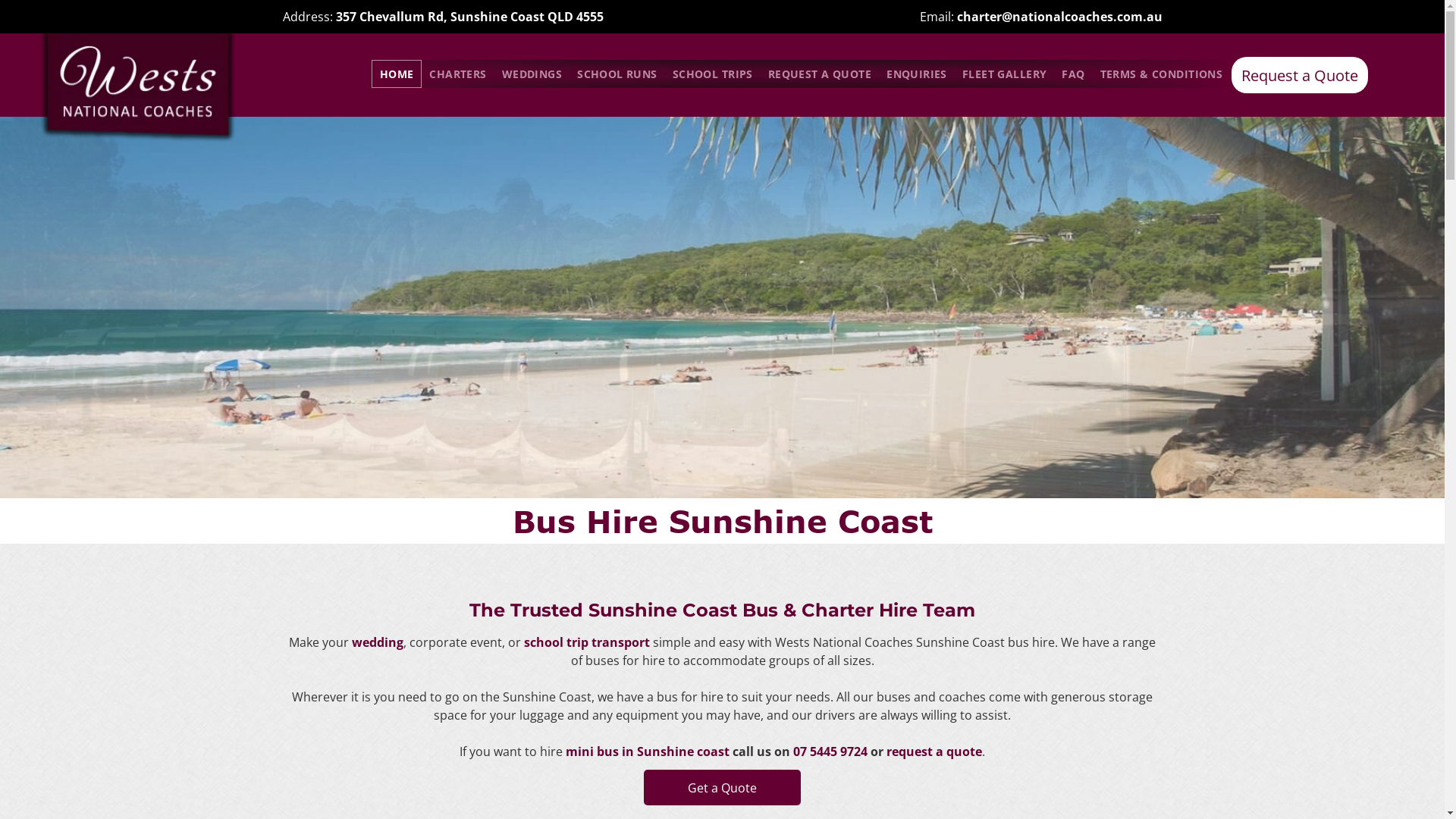 Image resolution: width=1456 pixels, height=819 pixels. What do you see at coordinates (818, 74) in the screenshot?
I see `'REQUEST A QUOTE'` at bounding box center [818, 74].